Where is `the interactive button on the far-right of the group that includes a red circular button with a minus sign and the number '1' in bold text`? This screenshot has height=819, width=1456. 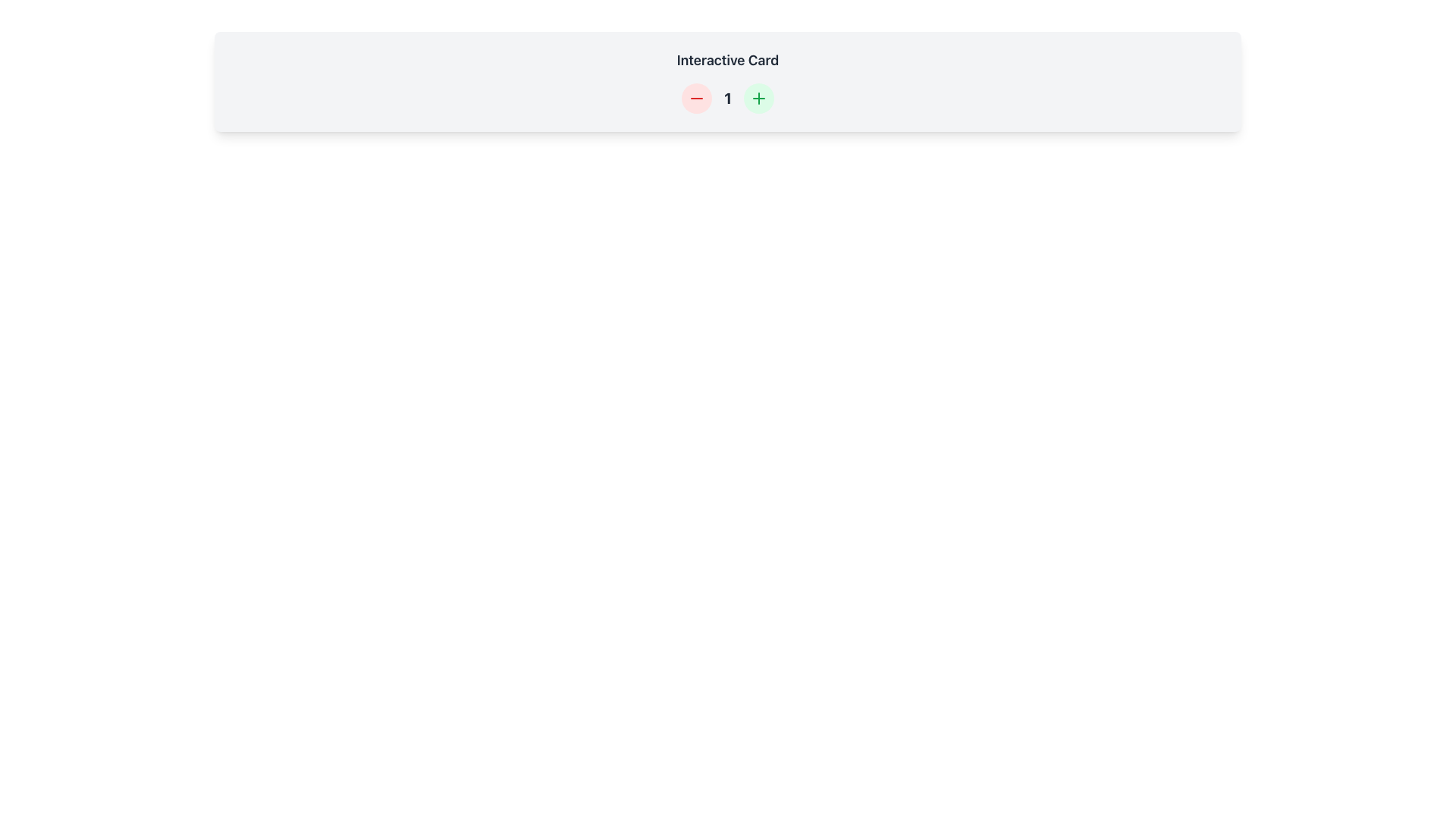 the interactive button on the far-right of the group that includes a red circular button with a minus sign and the number '1' in bold text is located at coordinates (758, 99).